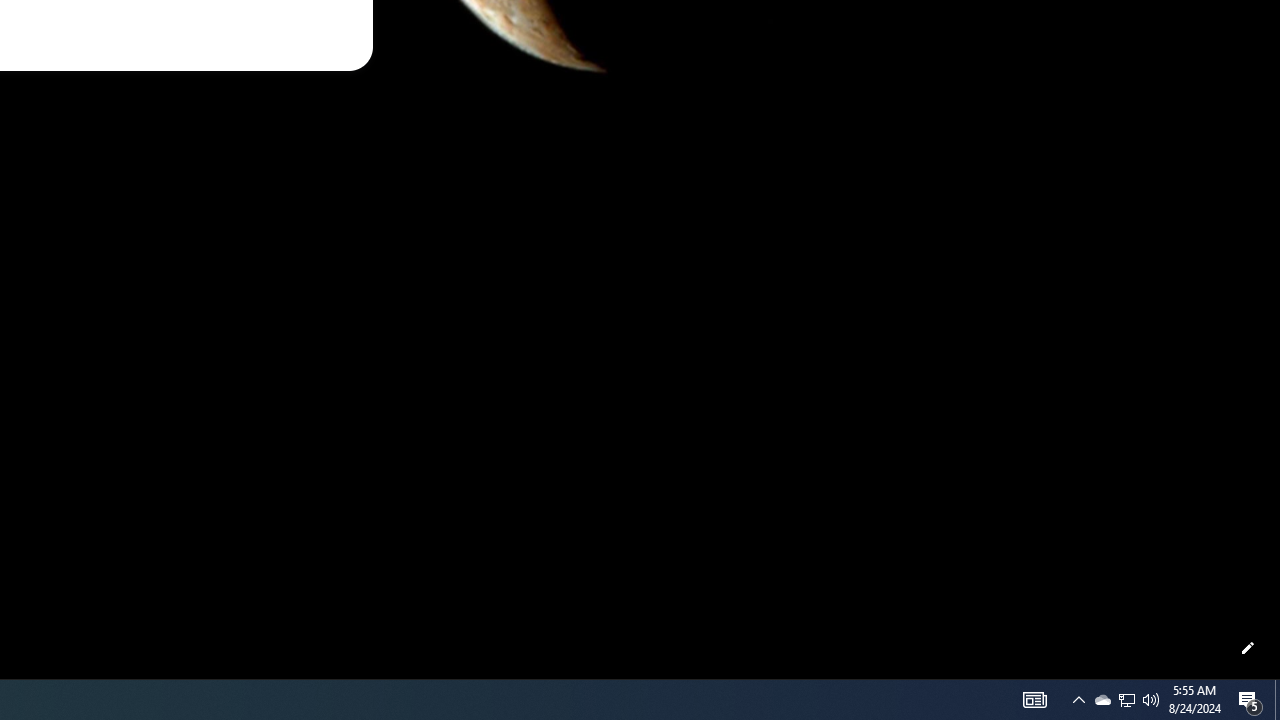  Describe the element at coordinates (1247, 648) in the screenshot. I see `'Customize this page'` at that location.